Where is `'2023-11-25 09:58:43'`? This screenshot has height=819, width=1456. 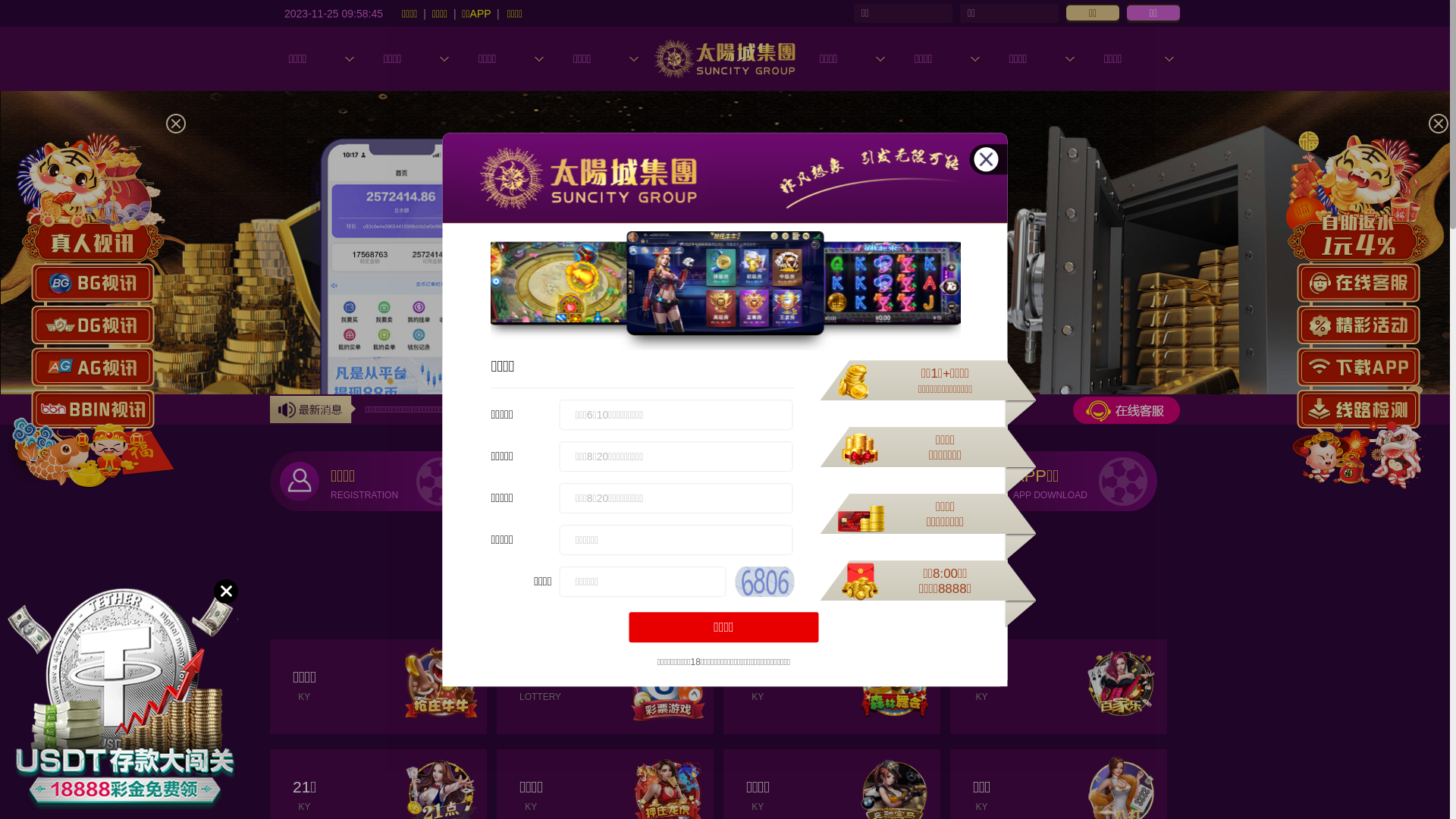 '2023-11-25 09:58:43' is located at coordinates (333, 12).